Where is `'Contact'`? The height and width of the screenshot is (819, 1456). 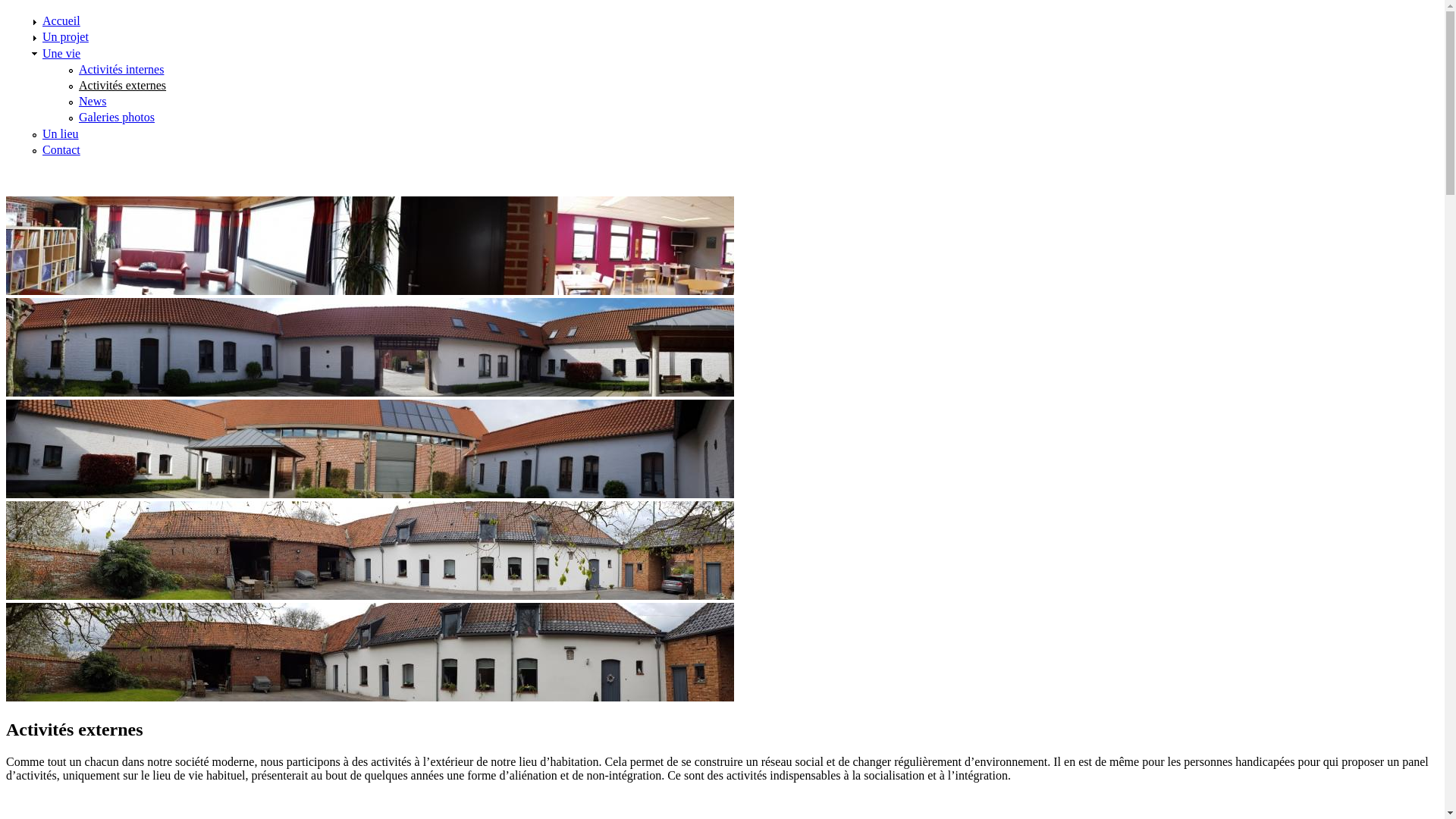 'Contact' is located at coordinates (61, 149).